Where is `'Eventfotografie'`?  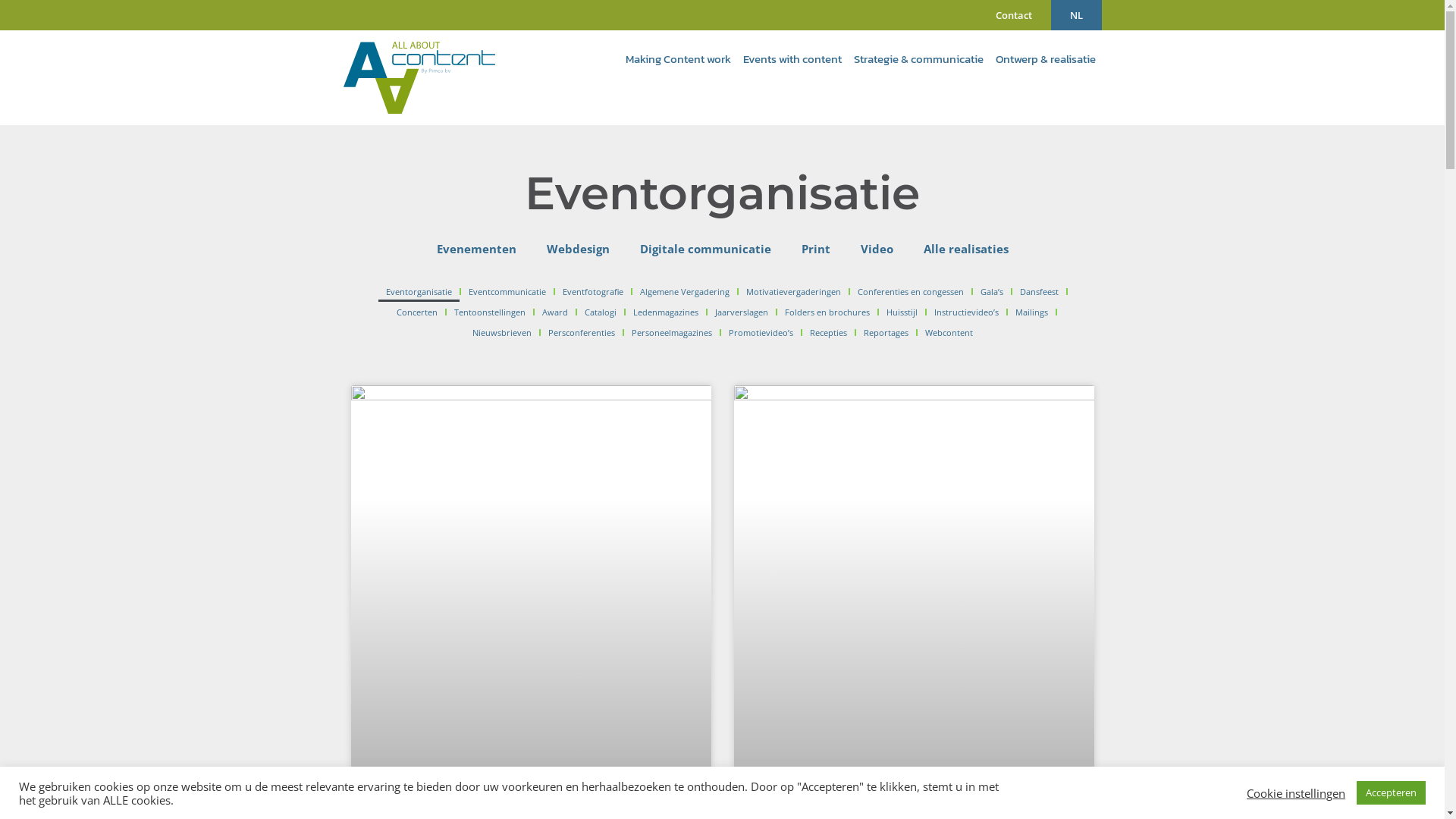 'Eventfotografie' is located at coordinates (553, 291).